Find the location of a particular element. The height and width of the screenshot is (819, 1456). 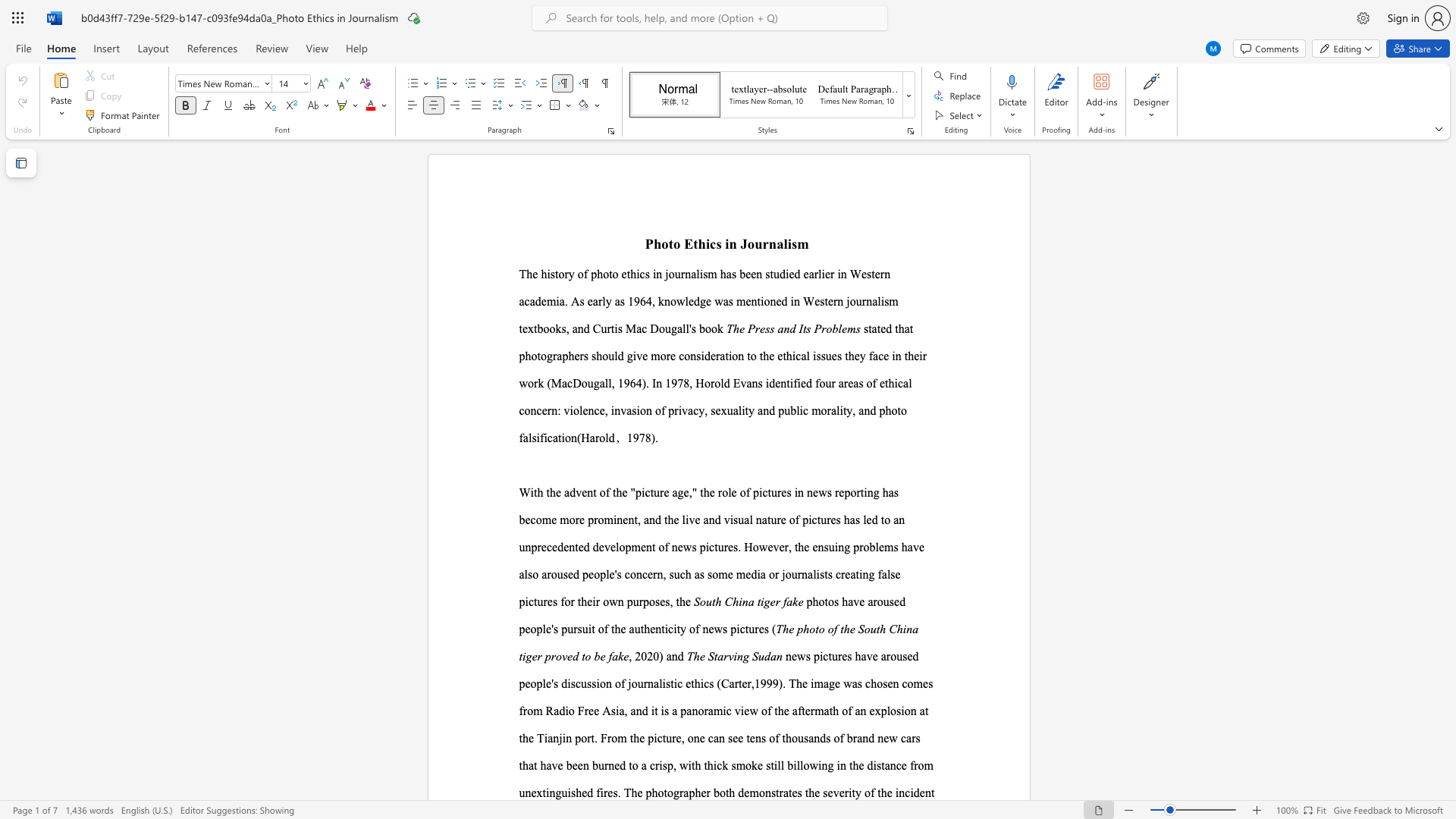

the 1th character "r" in the text is located at coordinates (765, 243).